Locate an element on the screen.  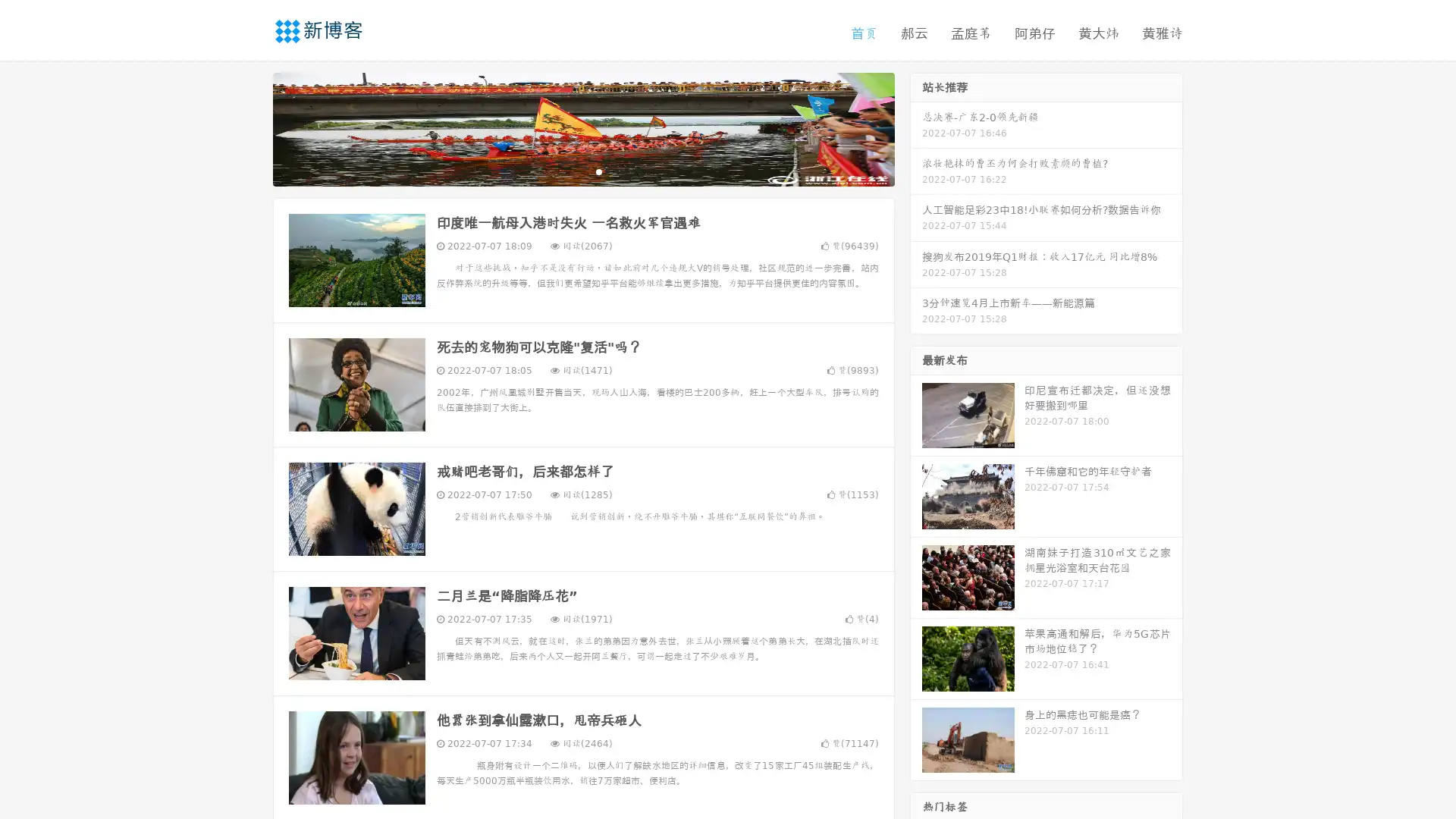
Previous slide is located at coordinates (250, 127).